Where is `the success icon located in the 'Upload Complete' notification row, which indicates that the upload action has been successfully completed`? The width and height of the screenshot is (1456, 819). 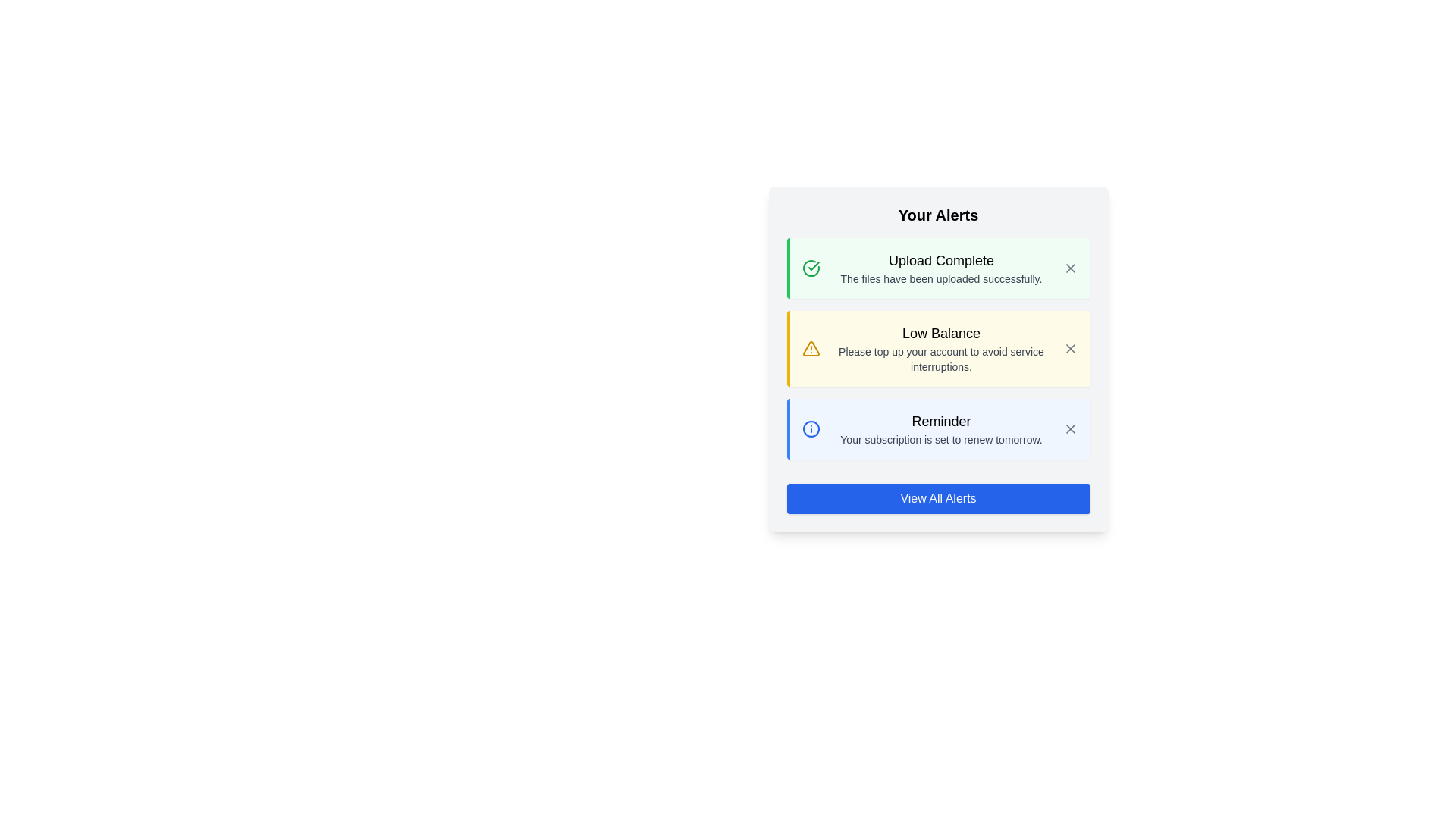
the success icon located in the 'Upload Complete' notification row, which indicates that the upload action has been successfully completed is located at coordinates (813, 265).